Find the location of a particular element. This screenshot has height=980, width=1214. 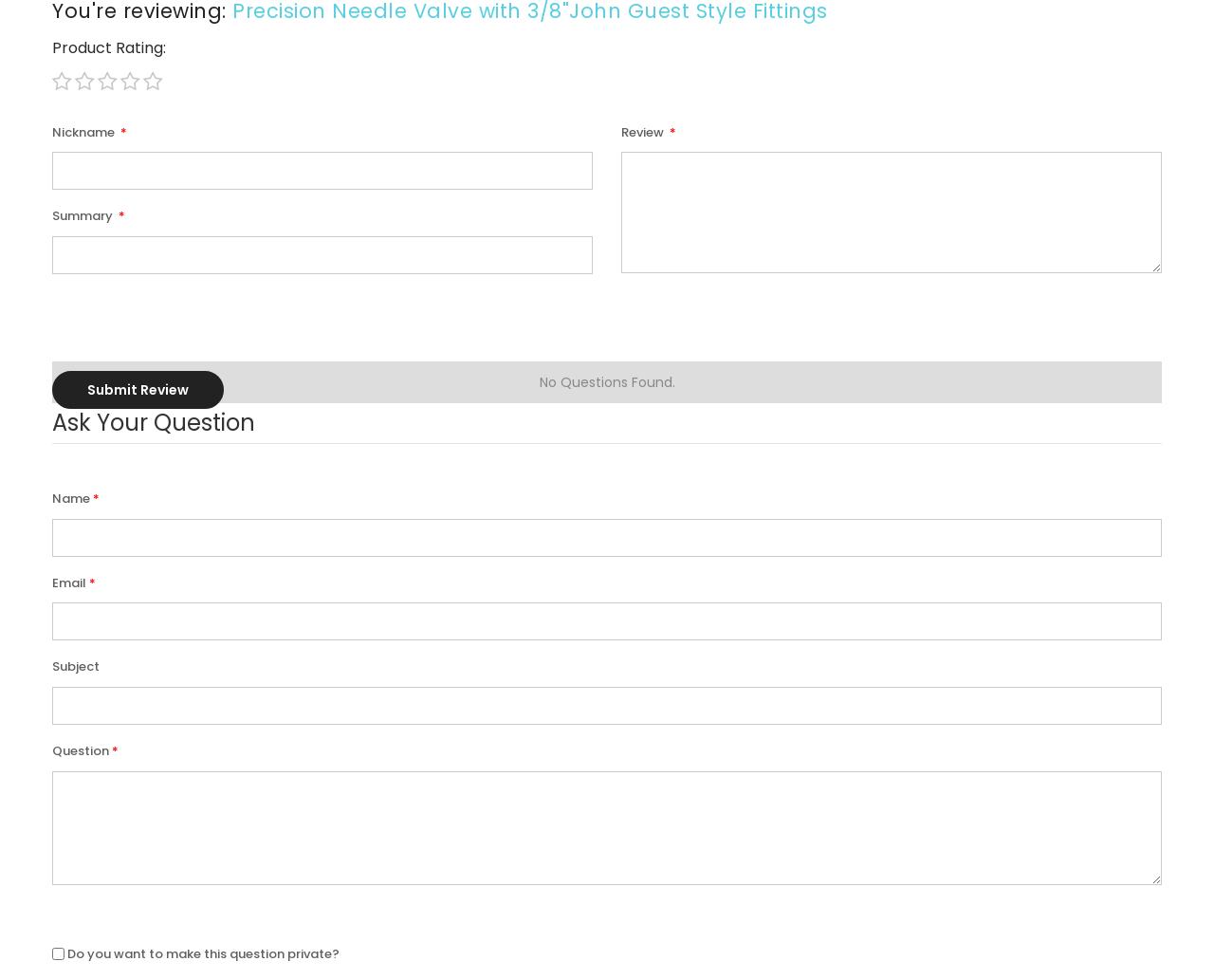

'Submit Review' is located at coordinates (137, 388).